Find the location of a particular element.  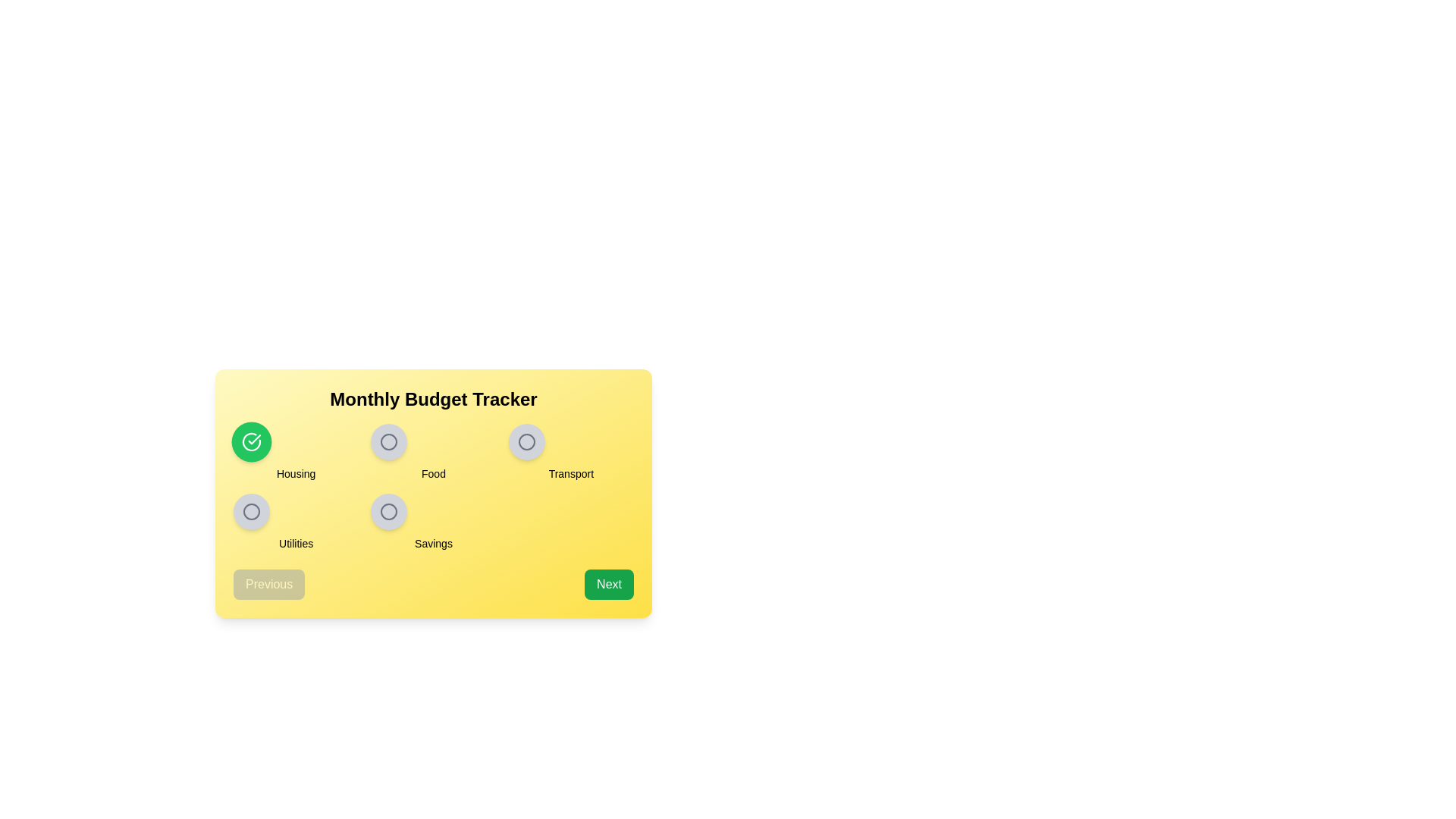

the custom-styled radio button associated with 'Utilities' in the Monthly Budget Tracker interface is located at coordinates (251, 512).